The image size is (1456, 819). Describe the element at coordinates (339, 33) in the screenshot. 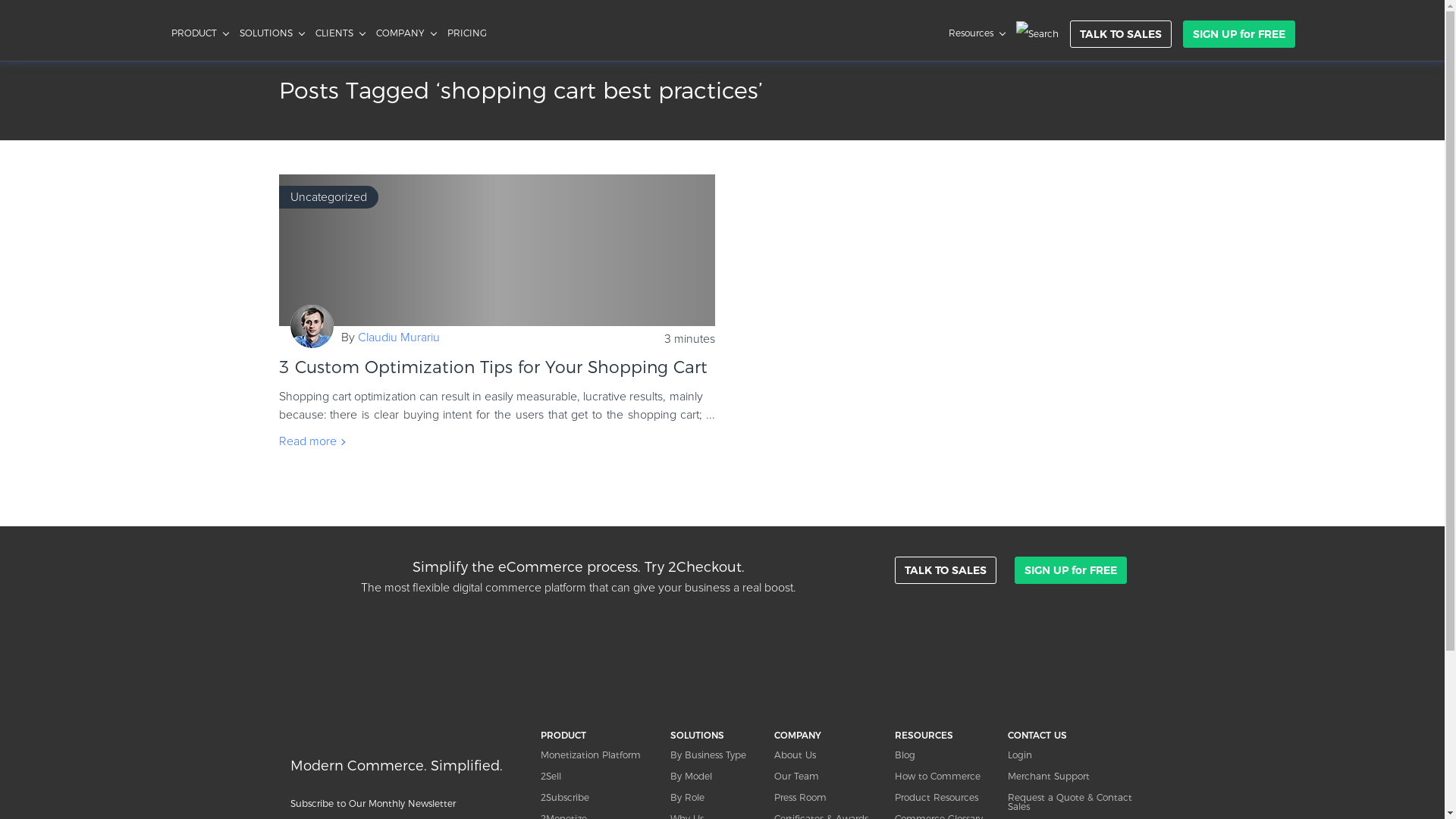

I see `'CLIENTS'` at that location.